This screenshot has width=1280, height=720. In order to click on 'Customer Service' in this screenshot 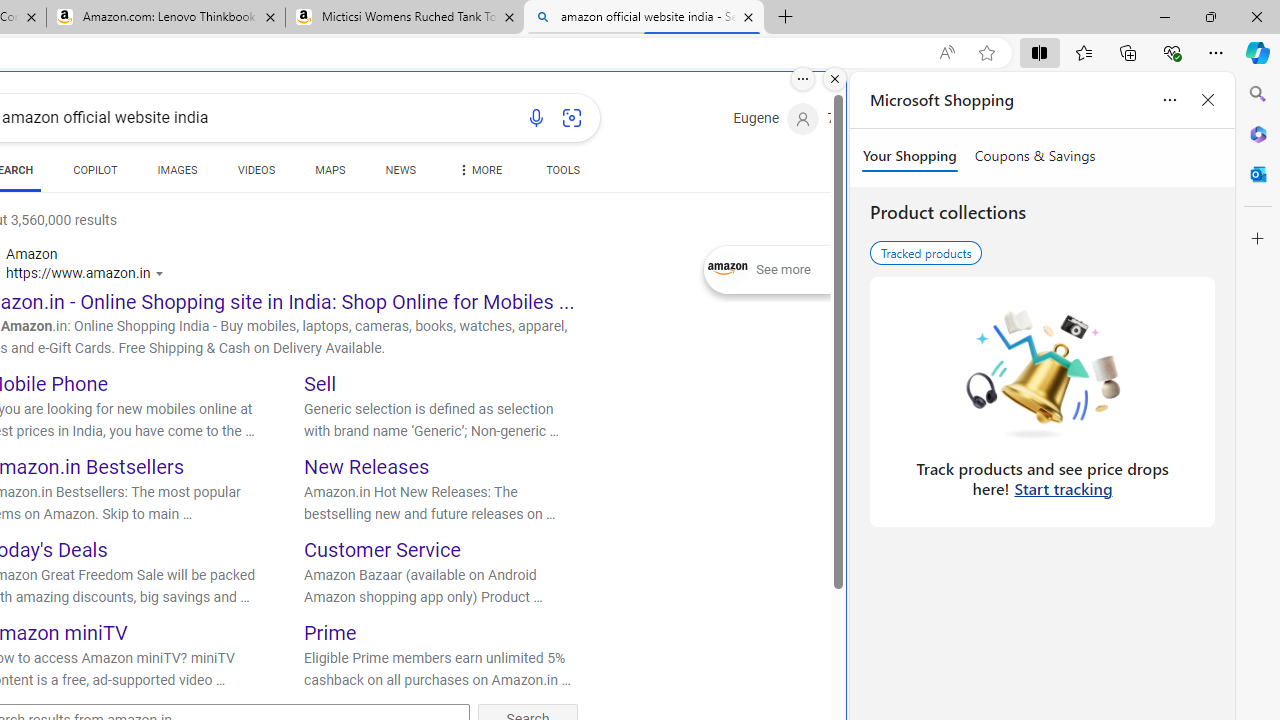, I will do `click(382, 550)`.